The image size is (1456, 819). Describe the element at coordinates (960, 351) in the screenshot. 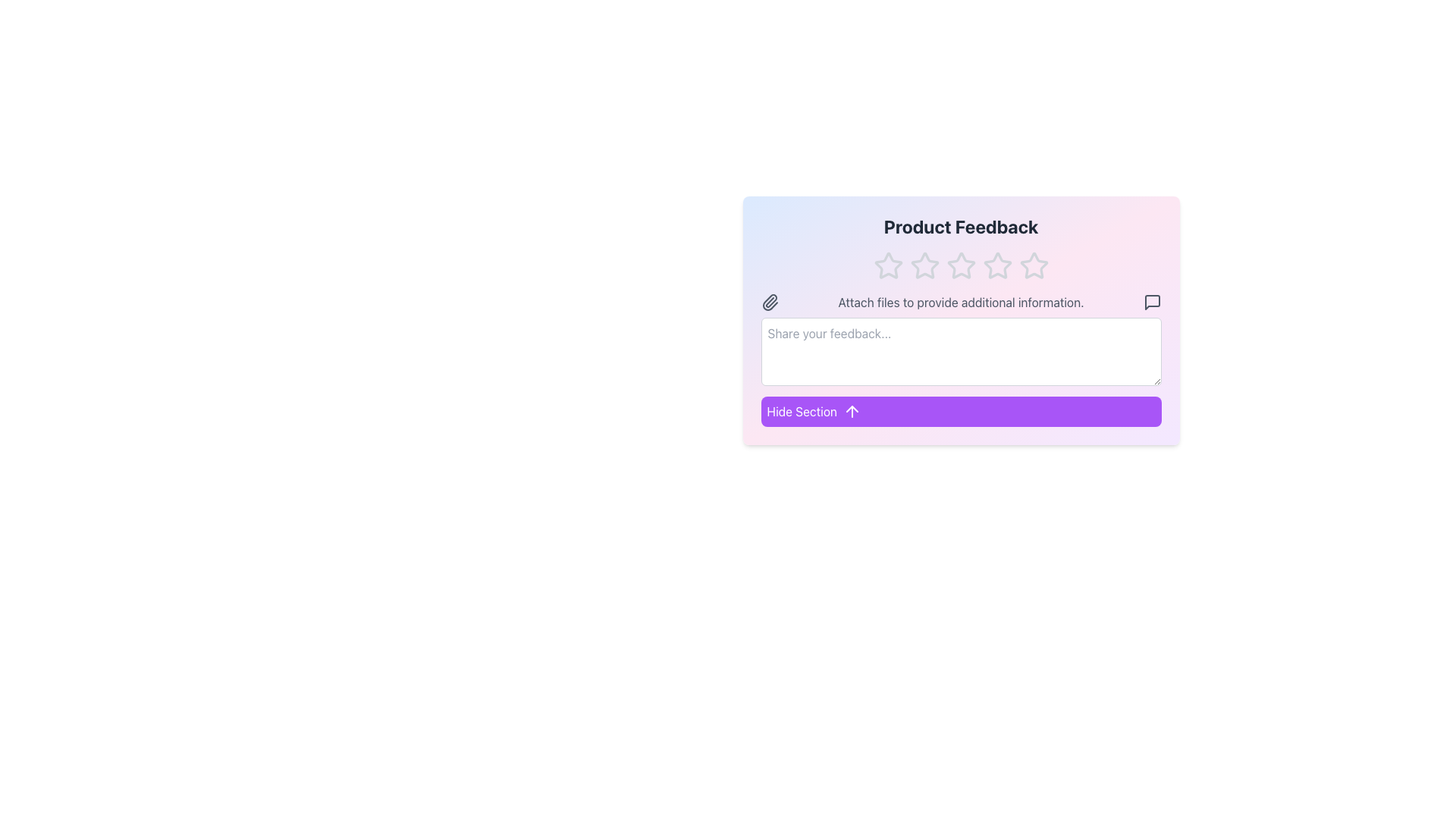

I see `the textarea to focus and enable typing for user feedback input` at that location.